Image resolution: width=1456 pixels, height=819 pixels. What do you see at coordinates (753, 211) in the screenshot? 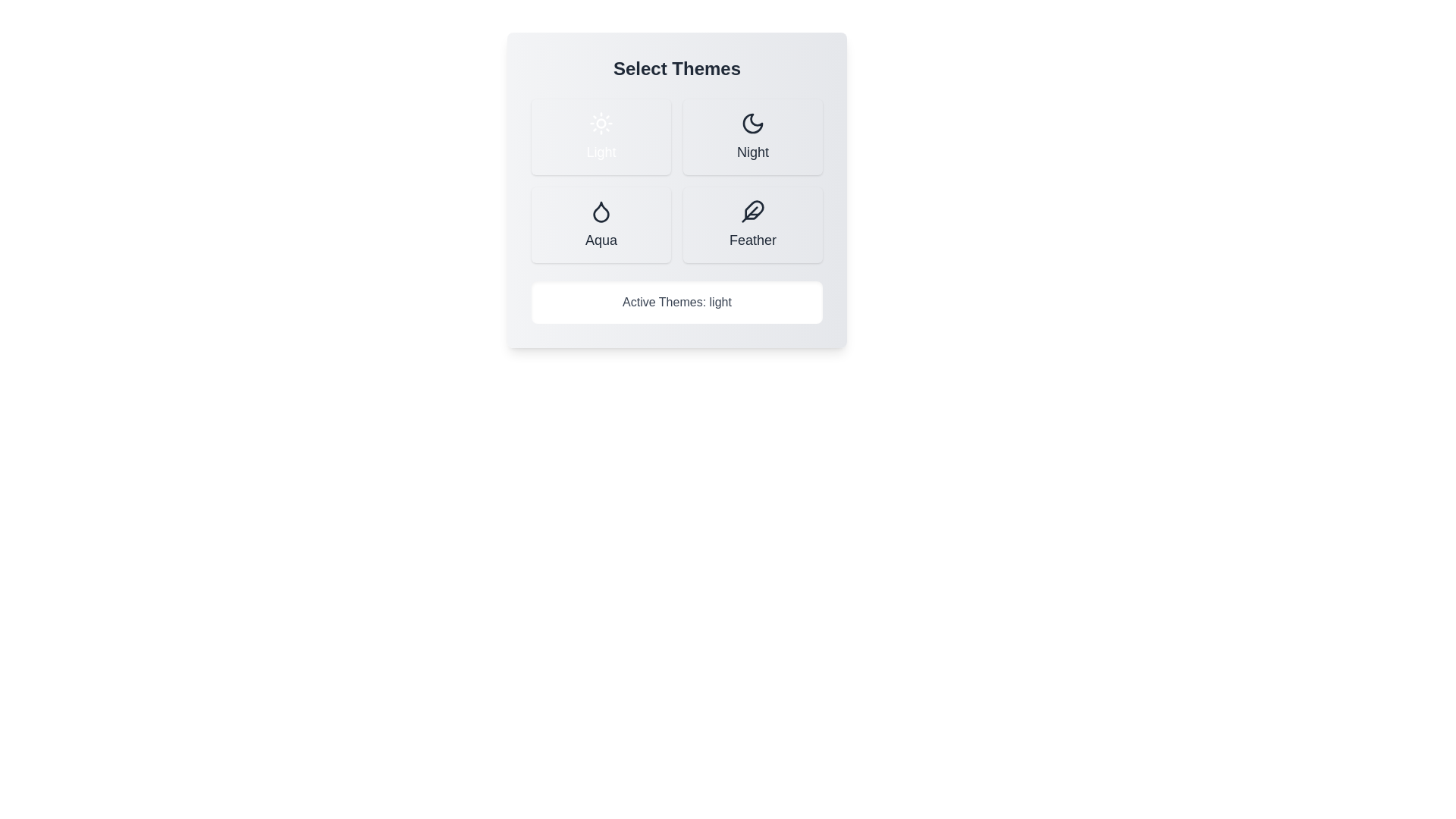
I see `the icon representing the Feather theme` at bounding box center [753, 211].